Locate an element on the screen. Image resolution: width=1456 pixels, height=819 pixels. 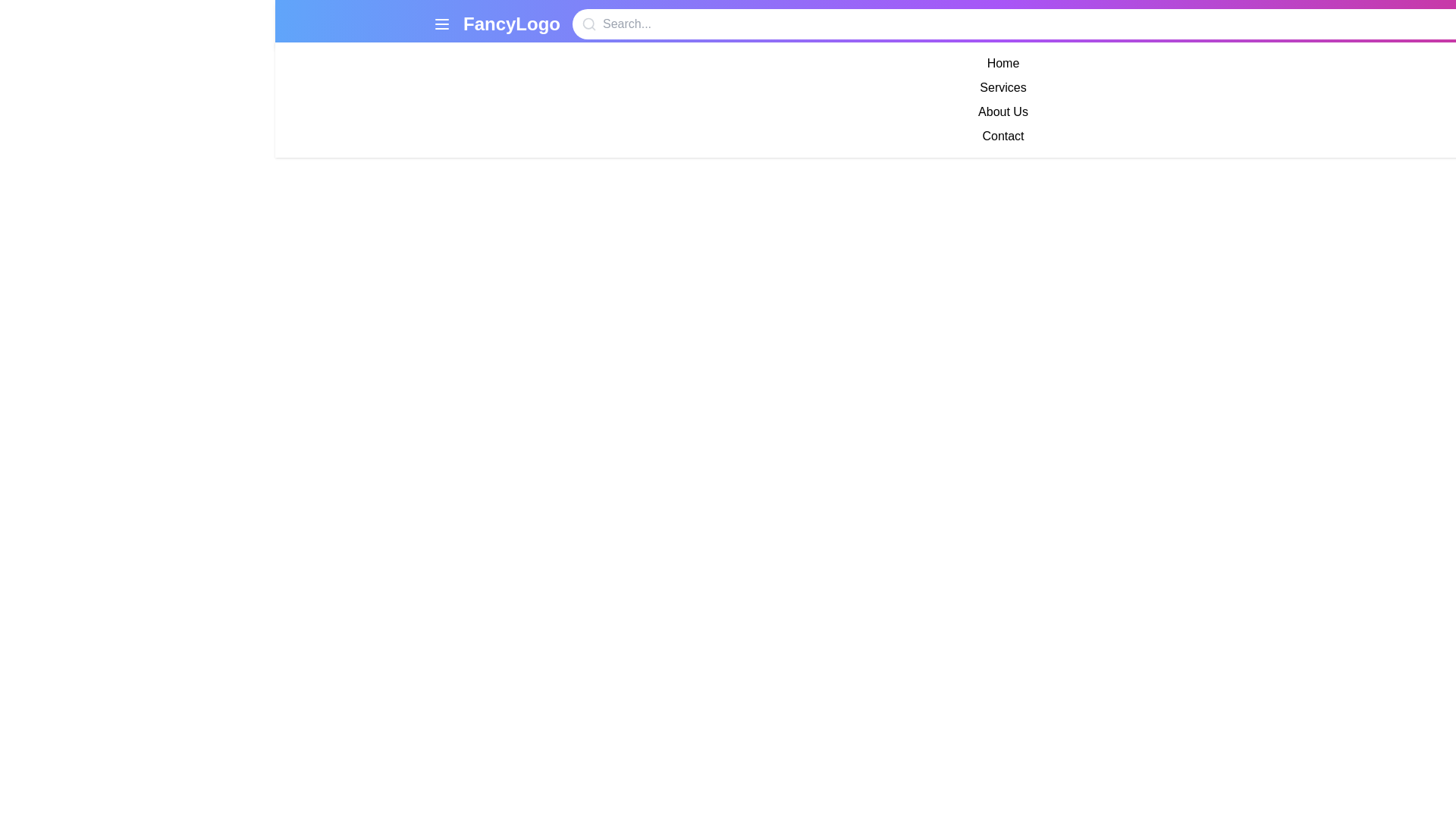
the brand logo located in the top-left corner of the header section, which serves as a home-button redirecting the user to the homepage when clicked is located at coordinates (497, 24).